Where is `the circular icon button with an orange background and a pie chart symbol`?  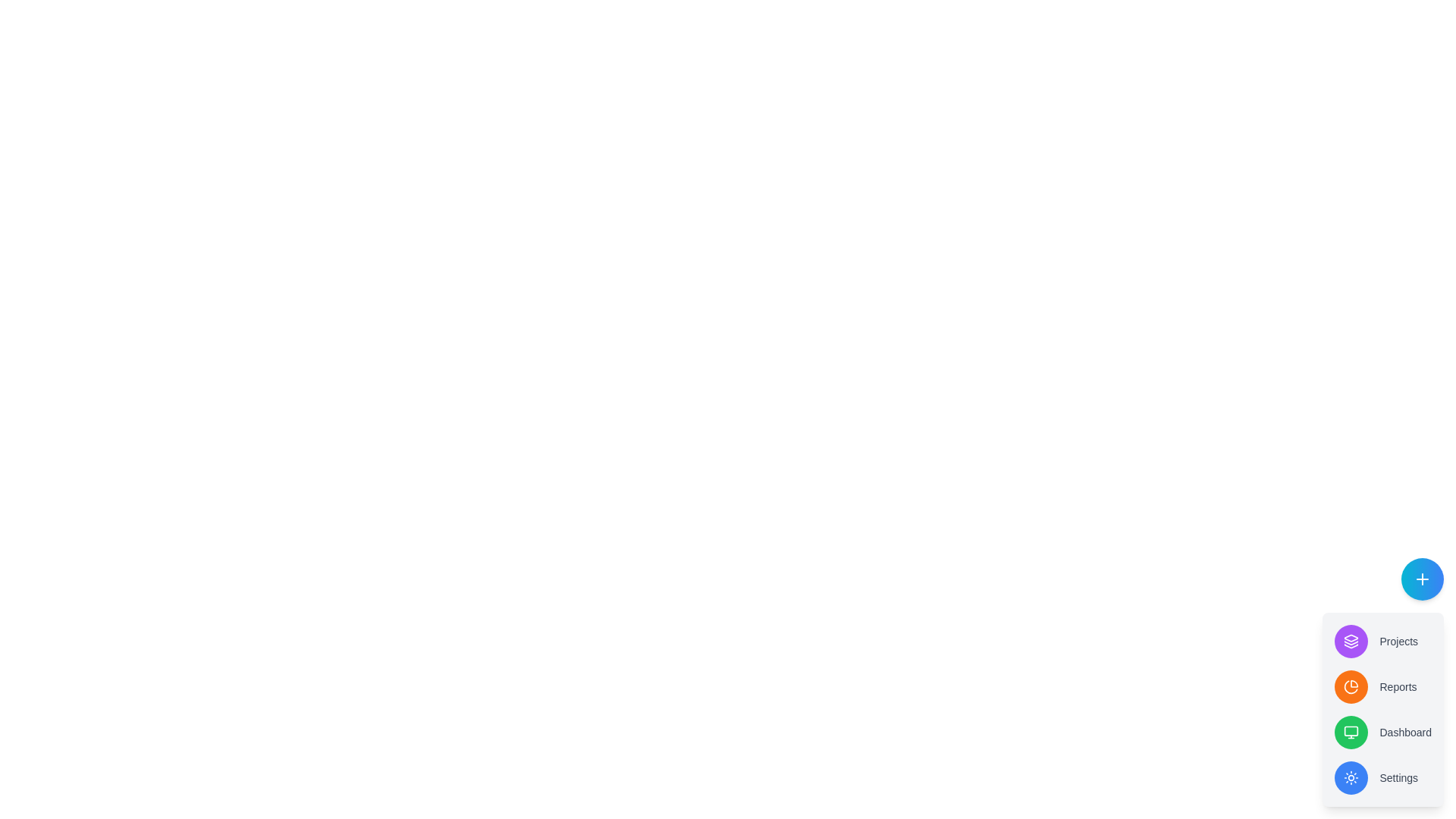
the circular icon button with an orange background and a pie chart symbol is located at coordinates (1351, 687).